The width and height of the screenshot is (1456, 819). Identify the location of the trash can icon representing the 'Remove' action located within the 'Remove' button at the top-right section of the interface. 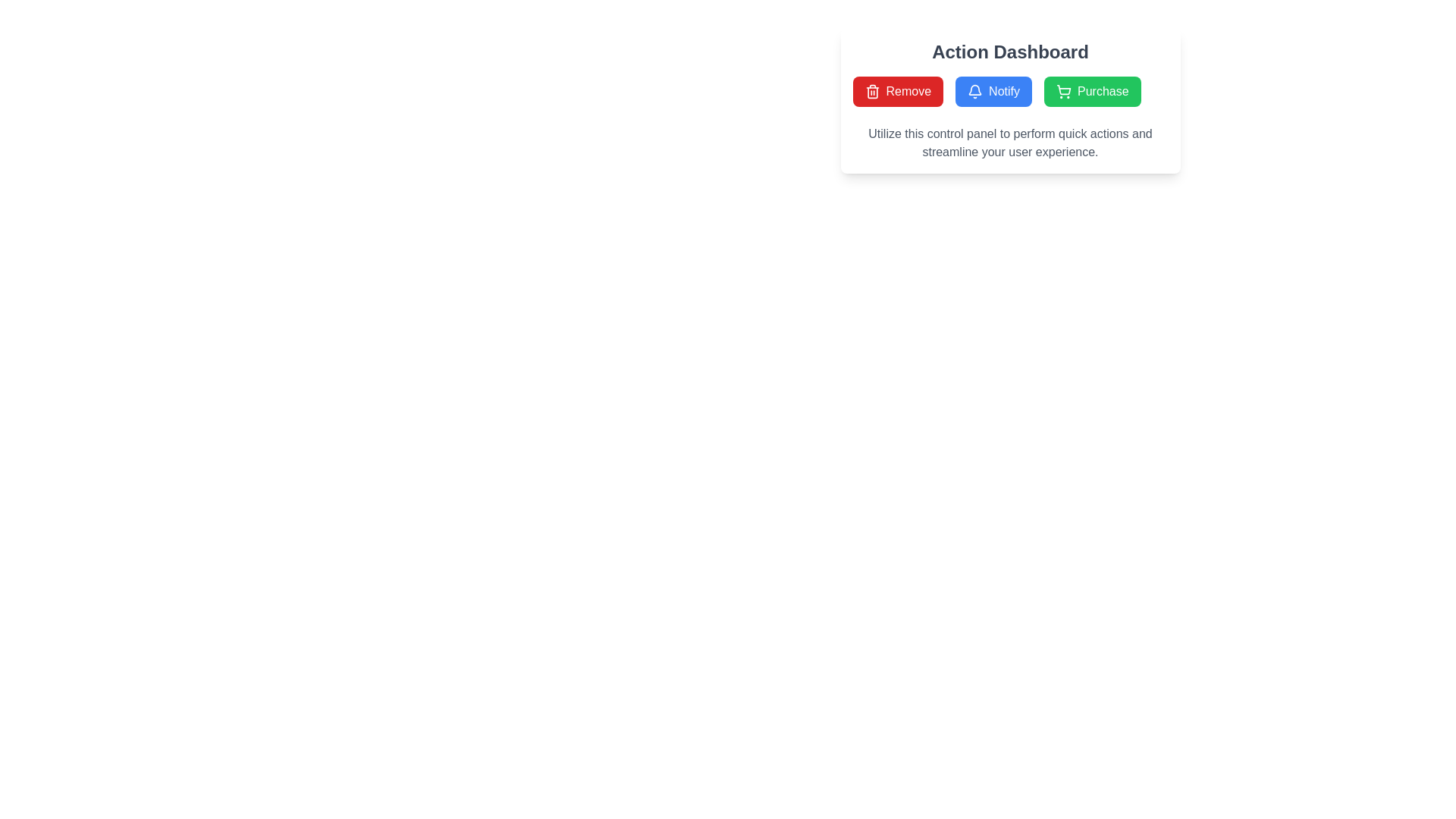
(872, 91).